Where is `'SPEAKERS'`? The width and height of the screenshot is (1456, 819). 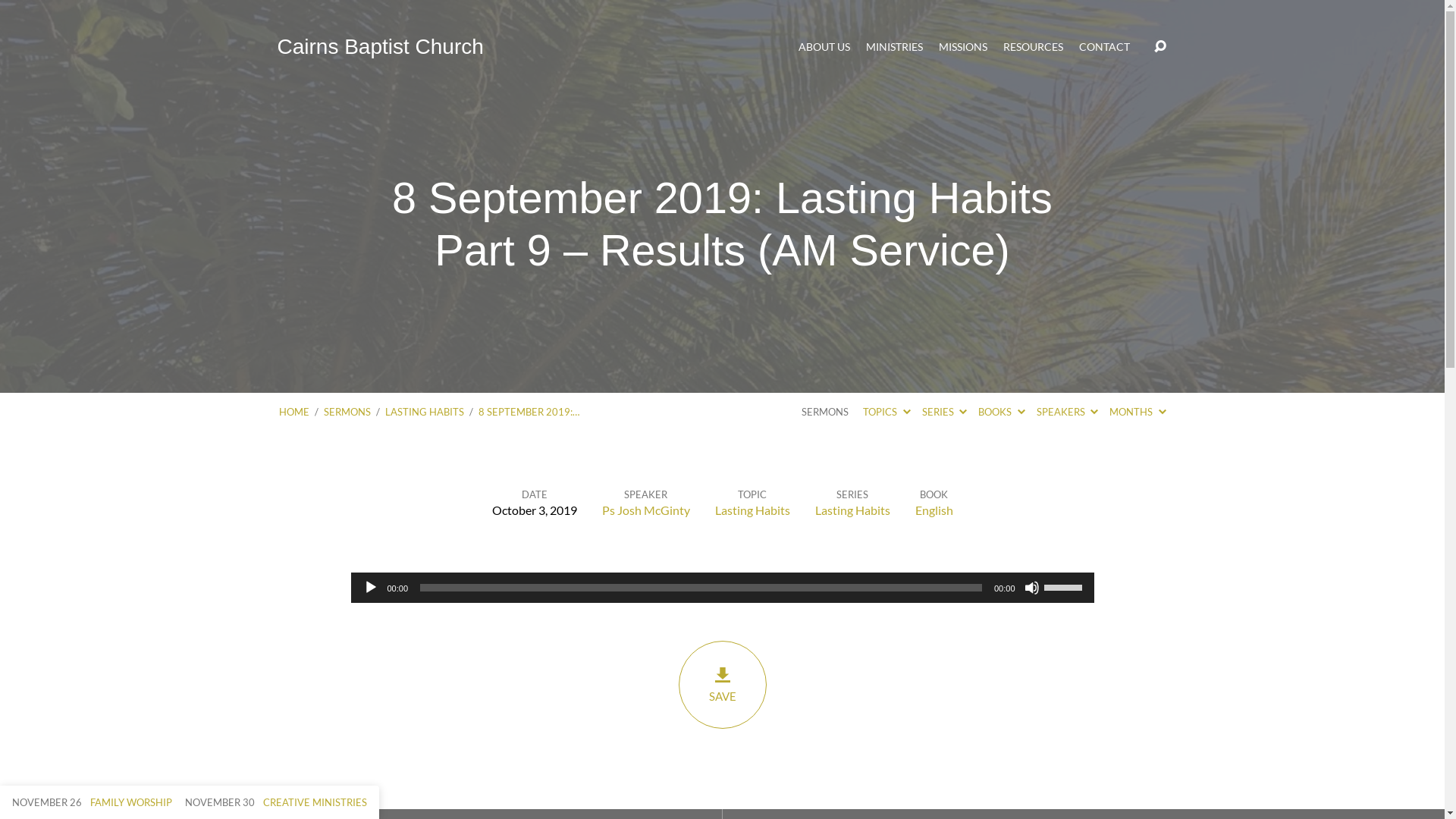 'SPEAKERS' is located at coordinates (1066, 412).